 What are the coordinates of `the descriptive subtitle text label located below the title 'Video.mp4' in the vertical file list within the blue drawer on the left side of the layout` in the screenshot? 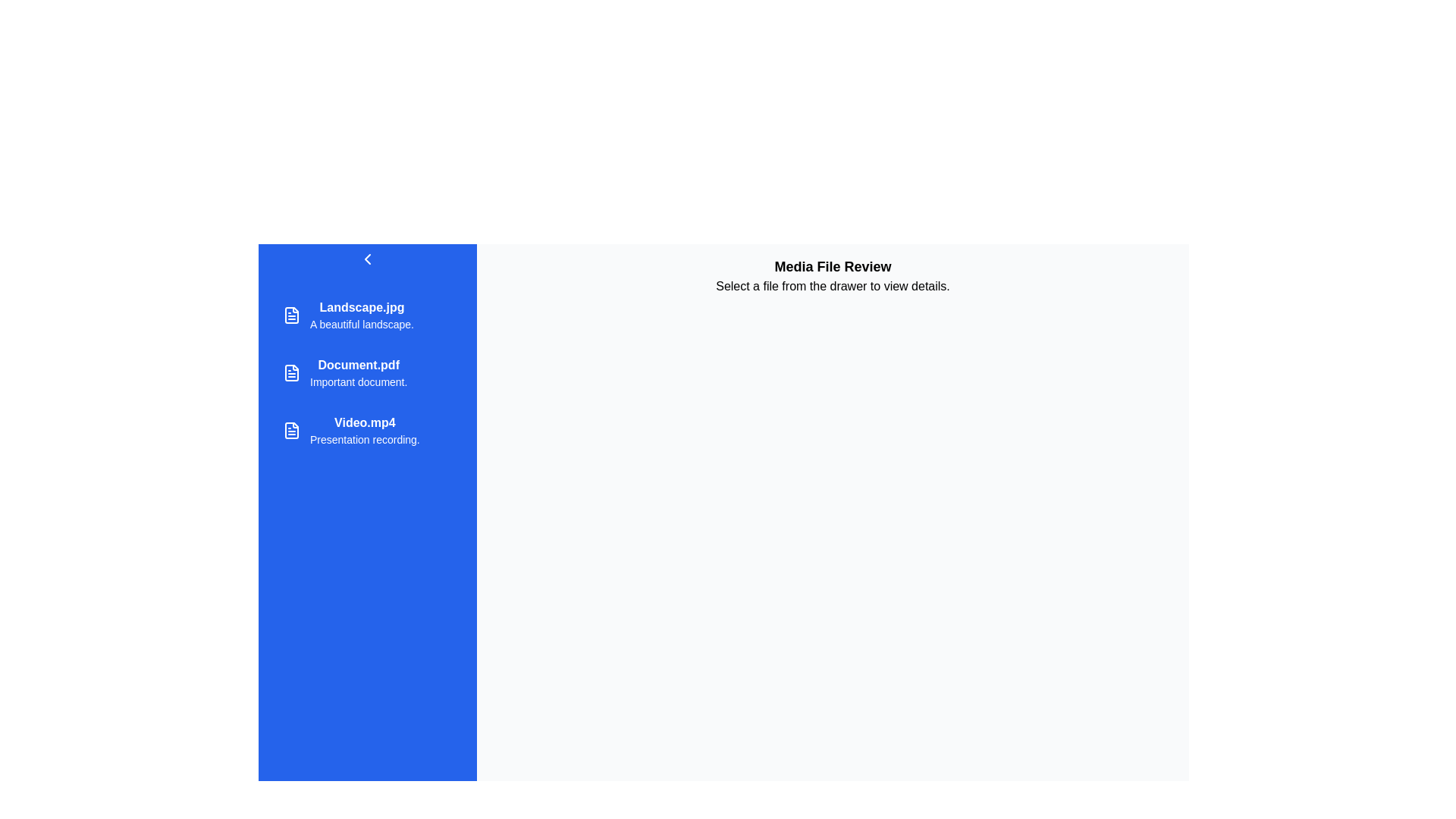 It's located at (365, 439).